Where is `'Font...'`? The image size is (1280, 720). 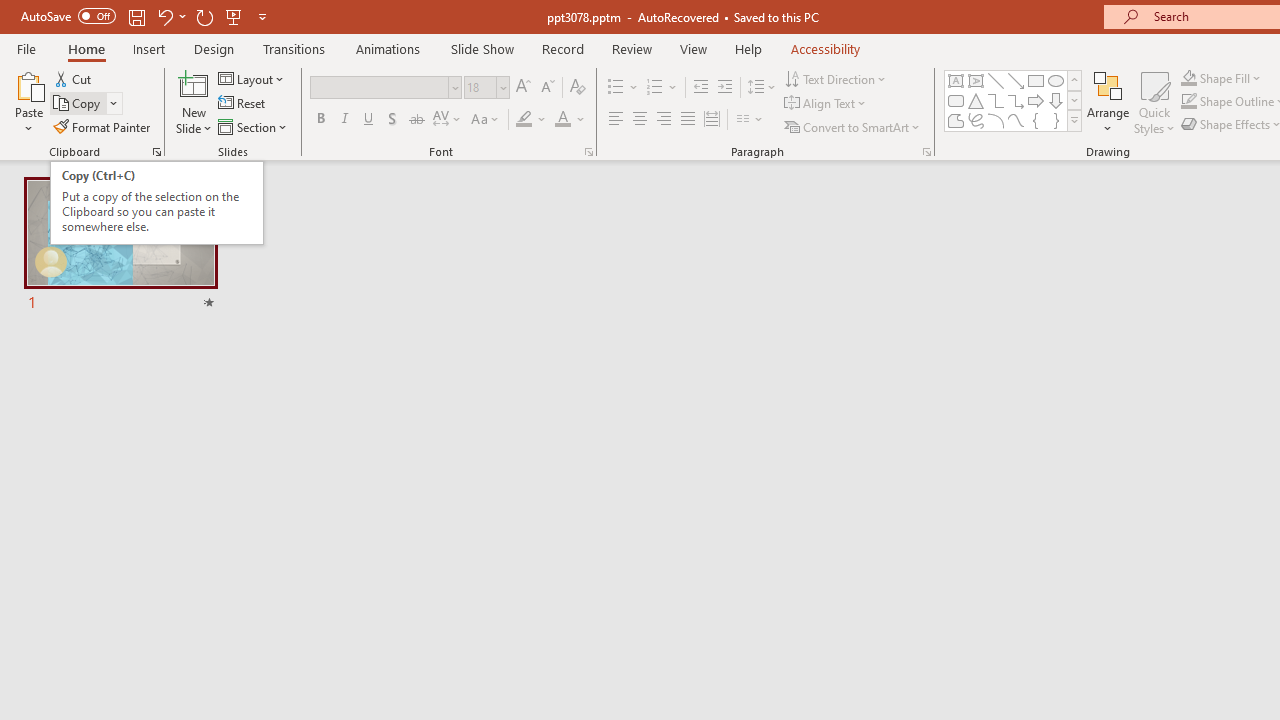
'Font...' is located at coordinates (587, 150).